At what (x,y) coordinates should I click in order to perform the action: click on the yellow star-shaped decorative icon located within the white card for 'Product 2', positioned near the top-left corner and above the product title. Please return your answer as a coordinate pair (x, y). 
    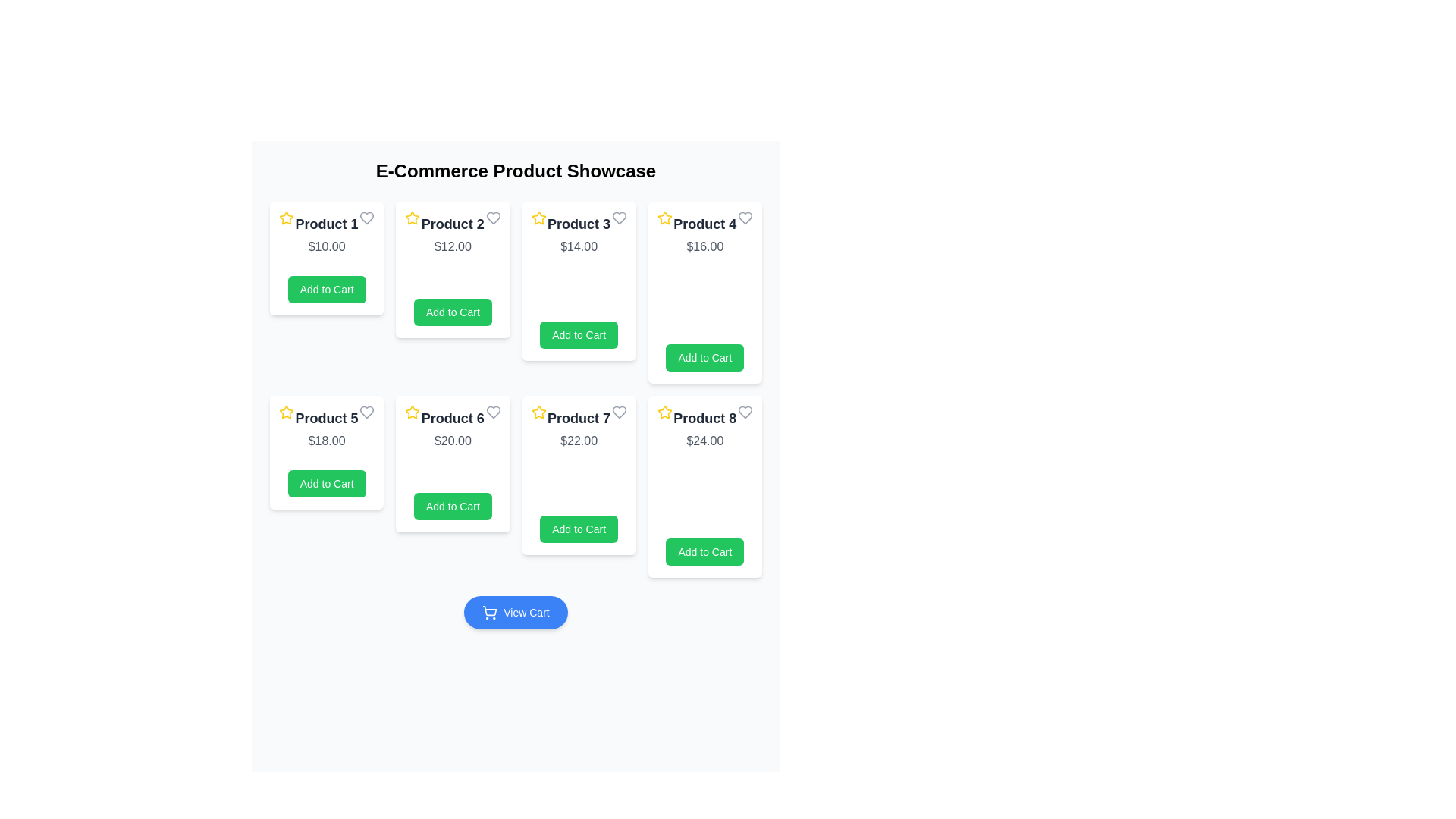
    Looking at the image, I should click on (413, 218).